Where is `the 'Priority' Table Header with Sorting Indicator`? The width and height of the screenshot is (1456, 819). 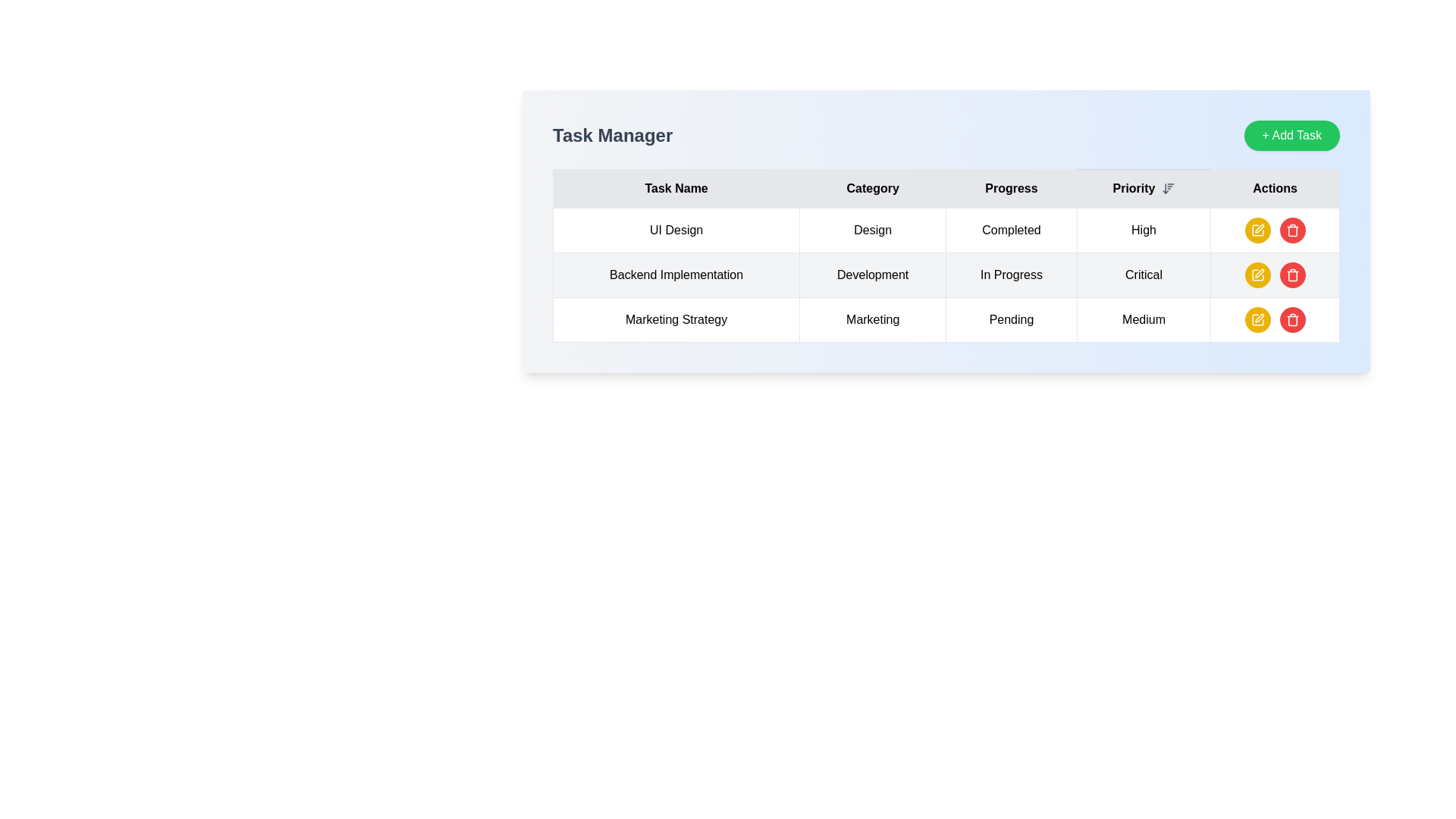
the 'Priority' Table Header with Sorting Indicator is located at coordinates (1144, 188).